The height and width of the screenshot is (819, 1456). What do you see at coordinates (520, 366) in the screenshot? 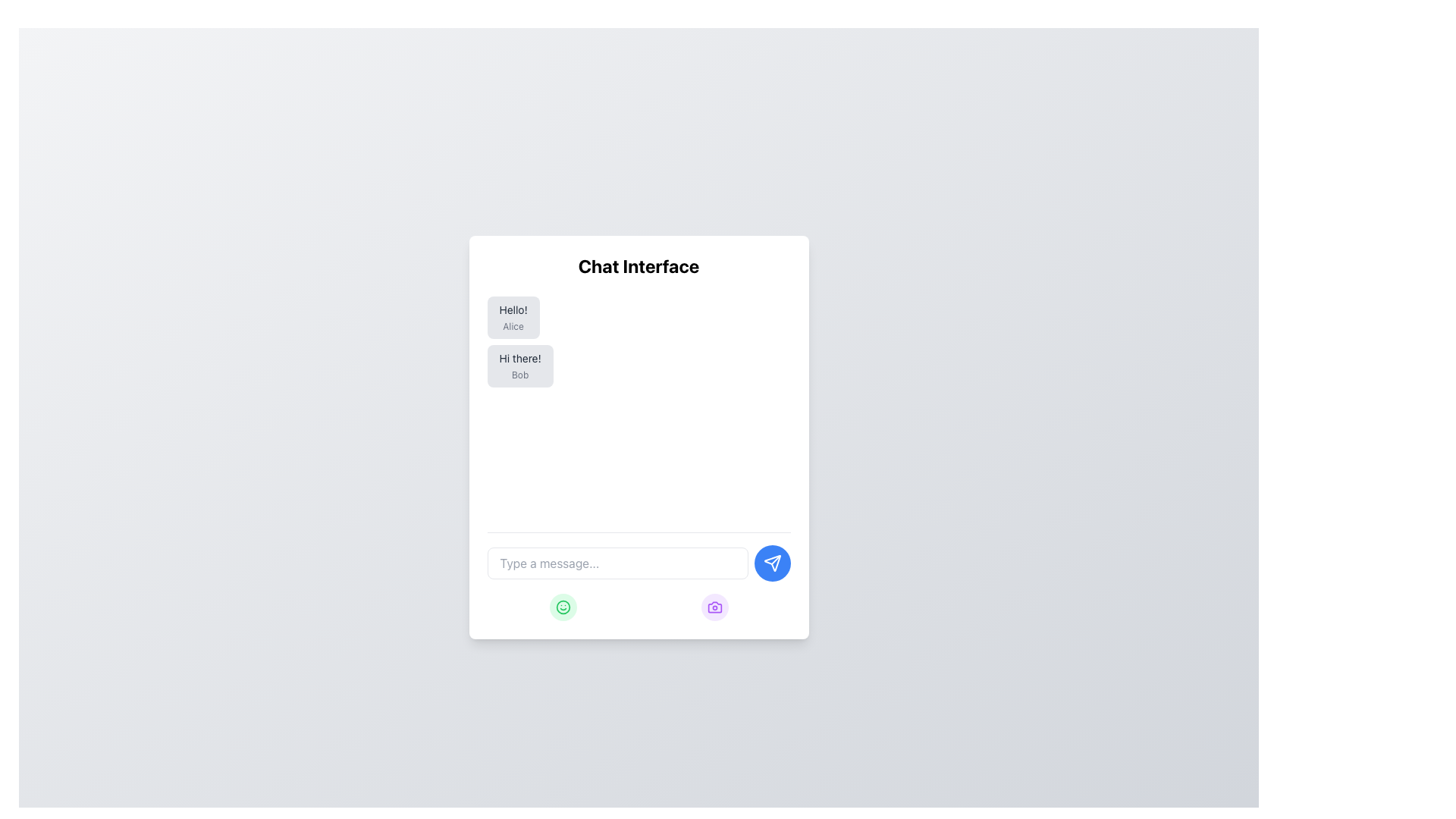
I see `the chat bubble displaying 'Hi there!' with the text 'Bob' inside it, which is aligned to the left of the message feed` at bounding box center [520, 366].